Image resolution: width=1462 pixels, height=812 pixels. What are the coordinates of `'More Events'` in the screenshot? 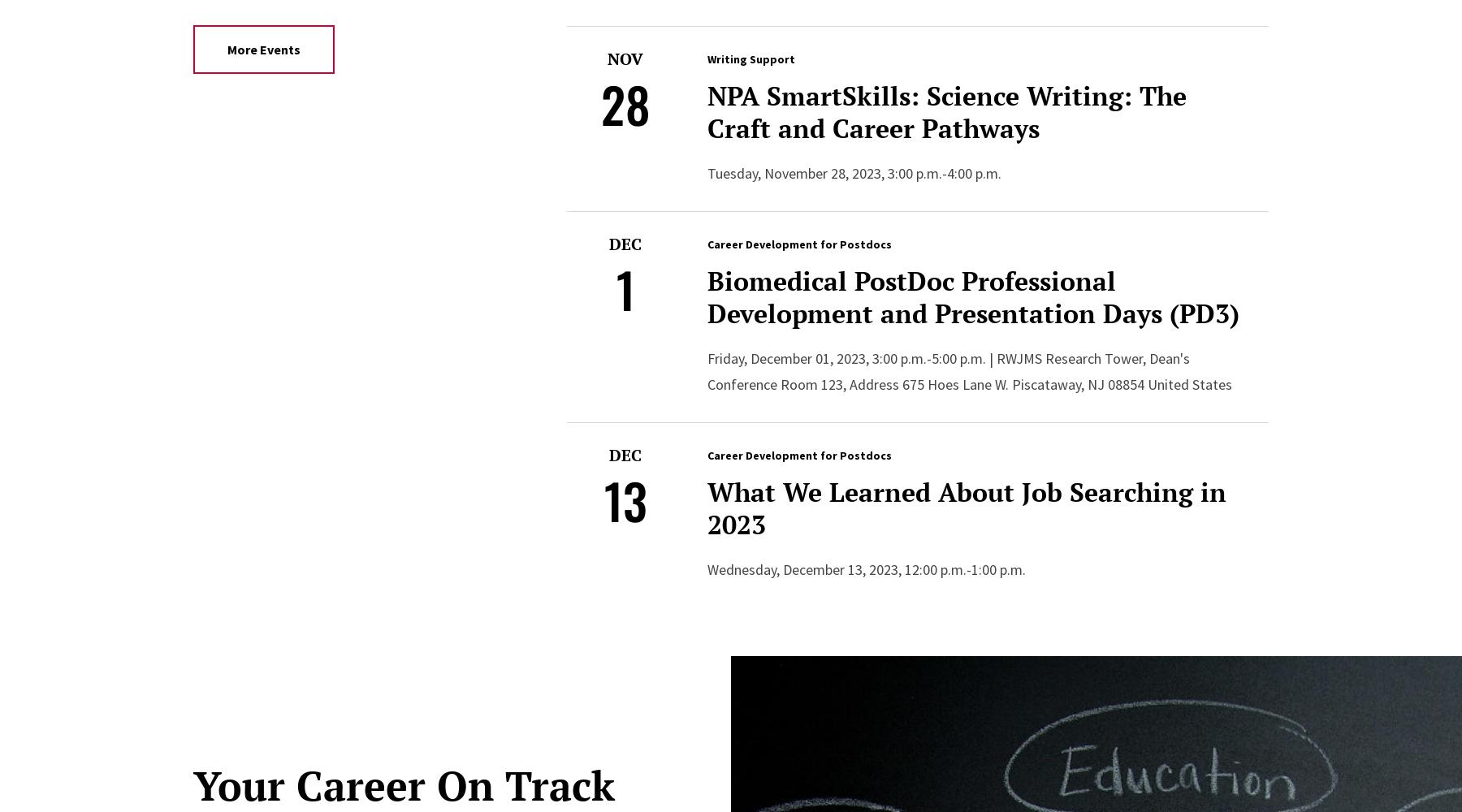 It's located at (262, 49).